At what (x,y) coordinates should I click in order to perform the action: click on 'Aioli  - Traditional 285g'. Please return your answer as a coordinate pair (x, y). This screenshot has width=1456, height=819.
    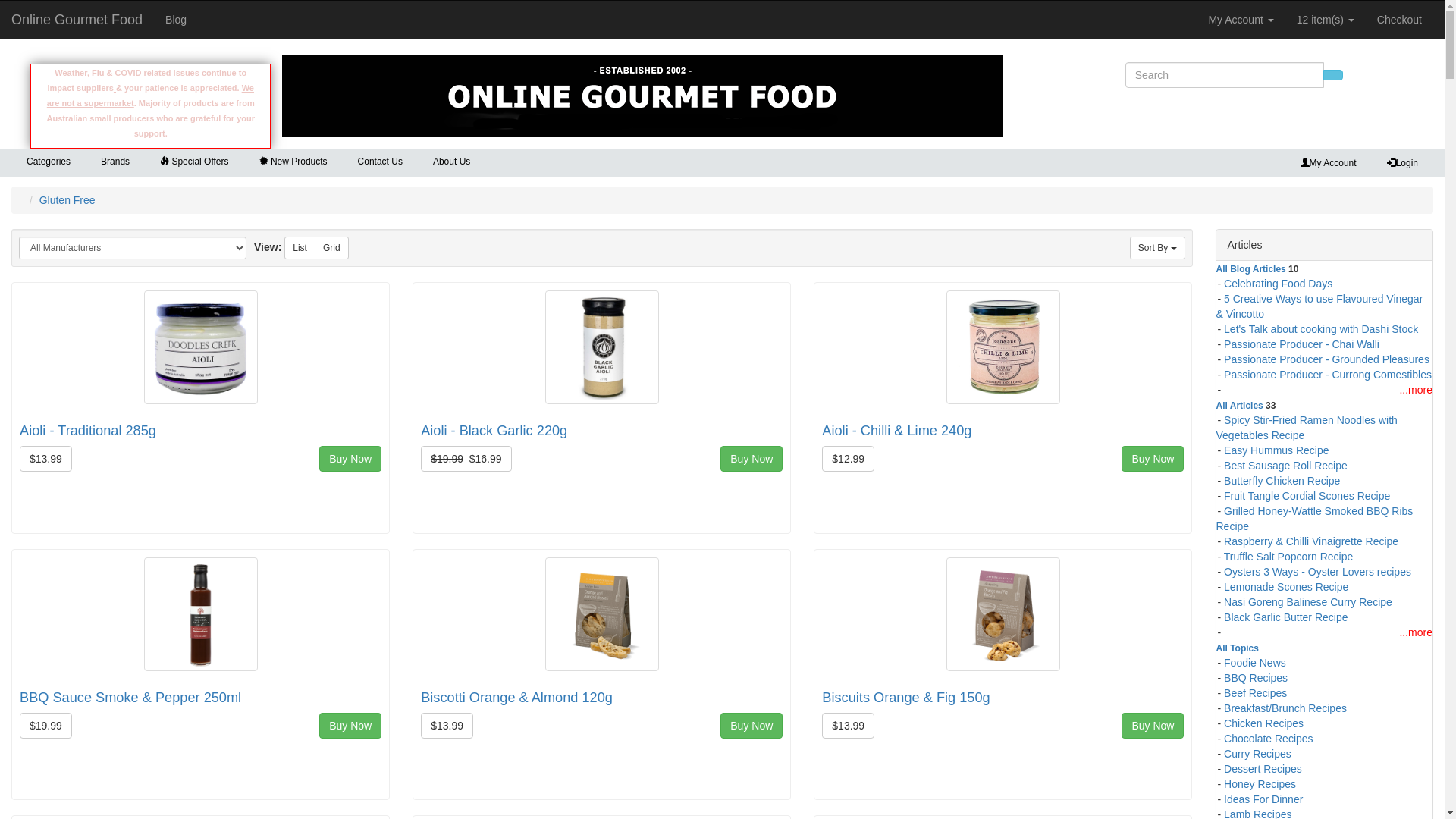
    Looking at the image, I should click on (199, 345).